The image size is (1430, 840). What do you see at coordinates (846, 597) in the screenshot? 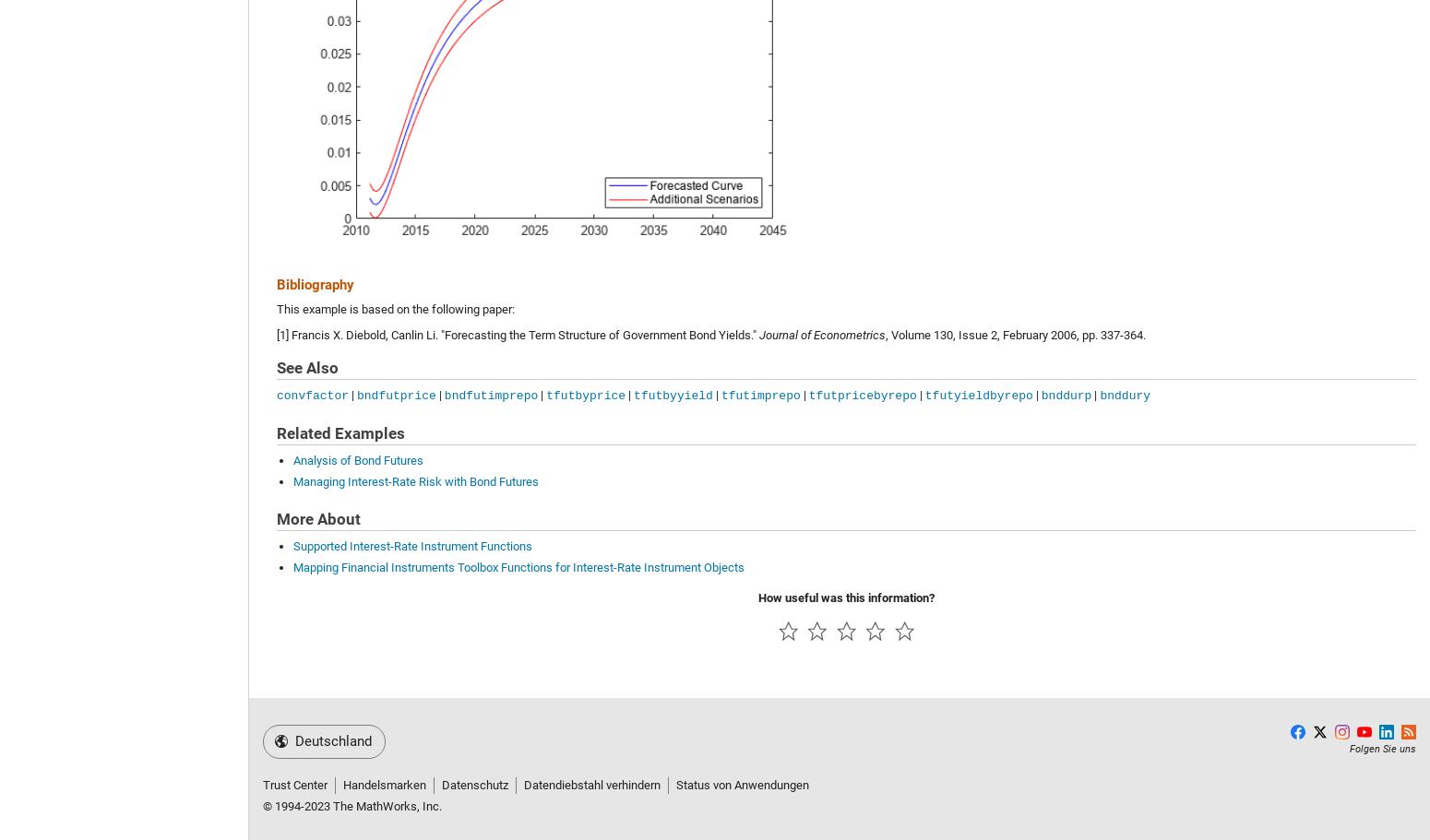
I see `'How useful was this information?'` at bounding box center [846, 597].